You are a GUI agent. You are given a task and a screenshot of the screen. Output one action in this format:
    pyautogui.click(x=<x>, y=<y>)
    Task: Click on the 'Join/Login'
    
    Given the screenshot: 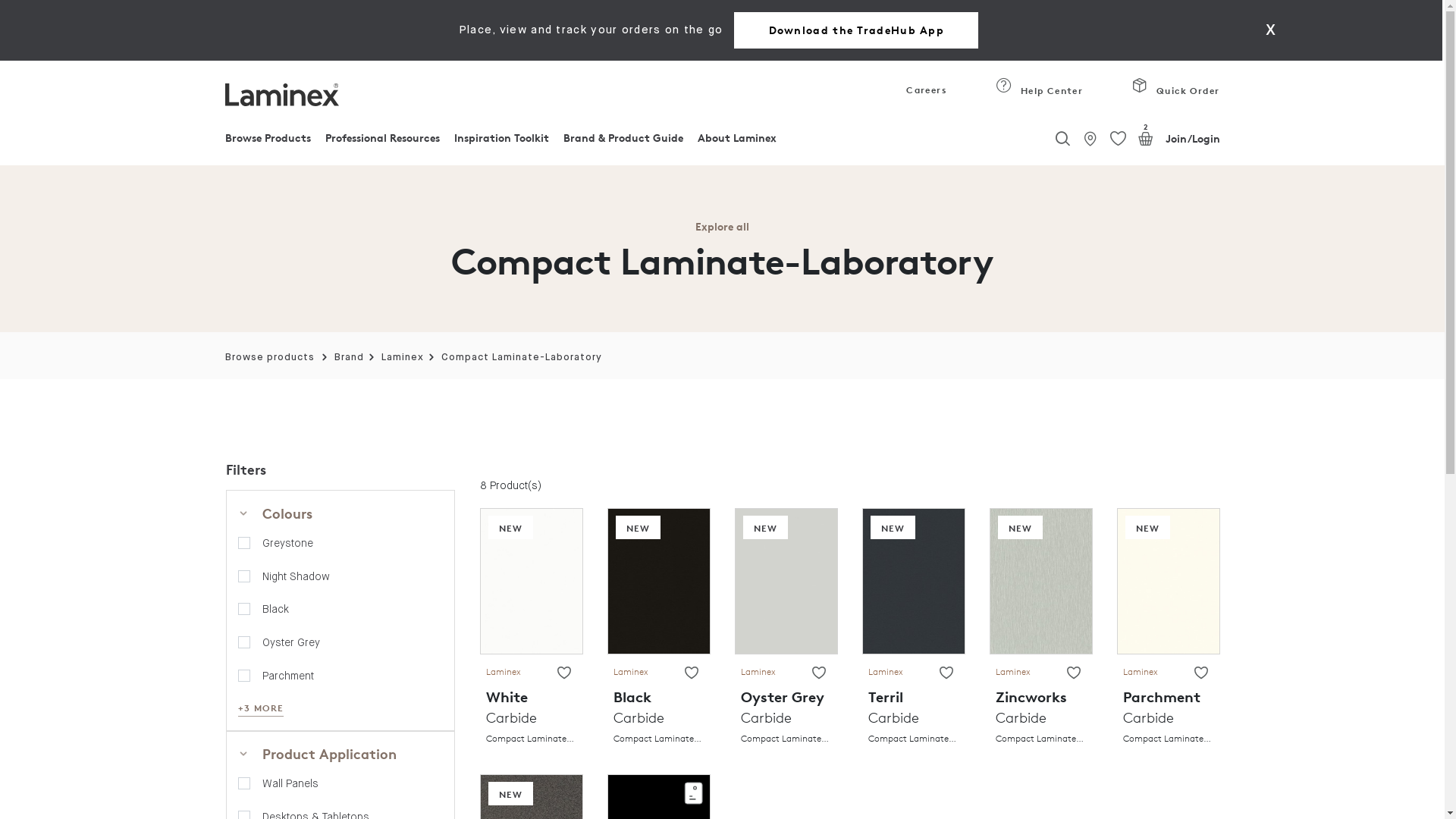 What is the action you would take?
    pyautogui.click(x=1164, y=138)
    